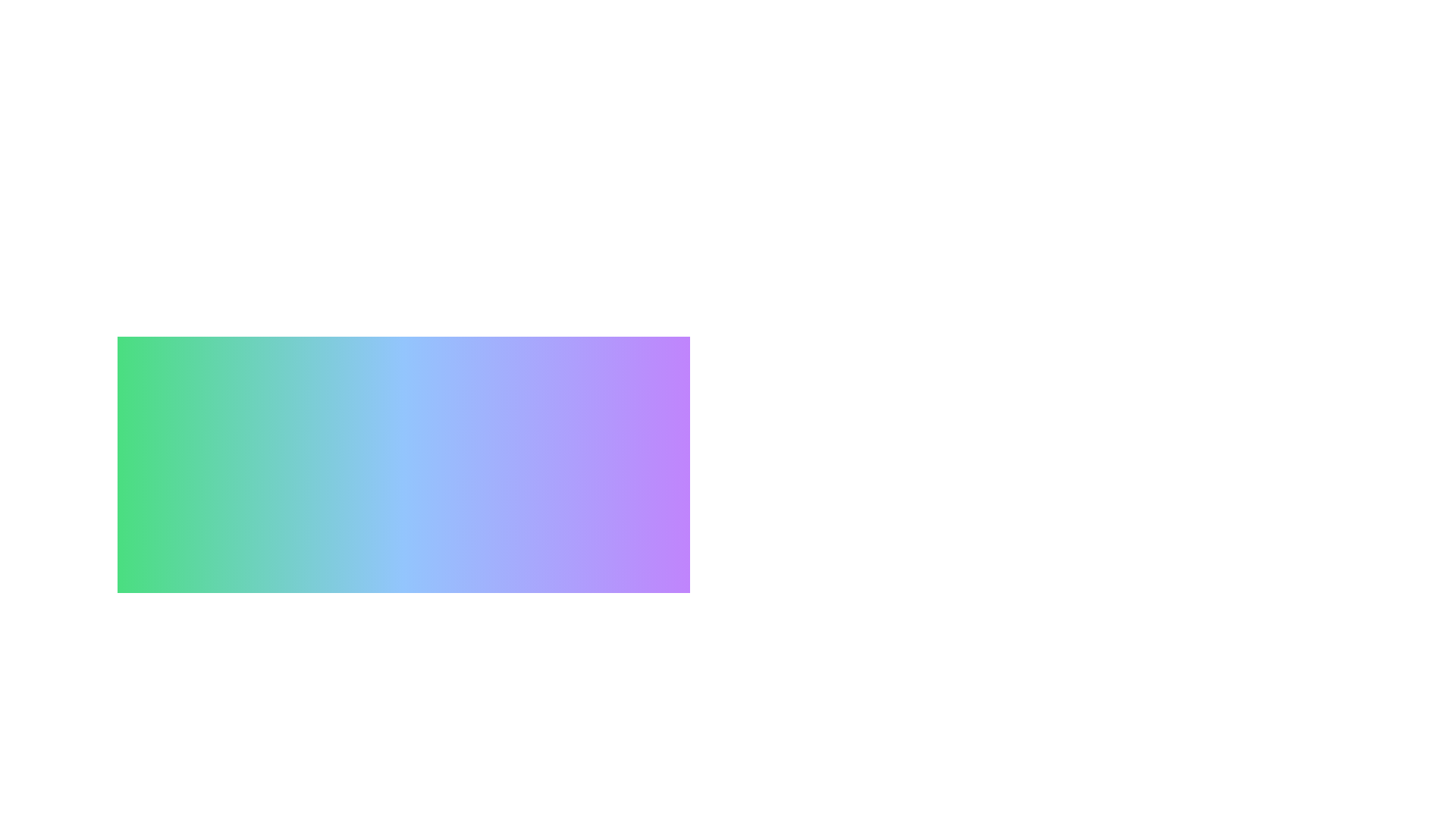  What do you see at coordinates (403, 795) in the screenshot?
I see `the preference Art to observe visual feedback` at bounding box center [403, 795].